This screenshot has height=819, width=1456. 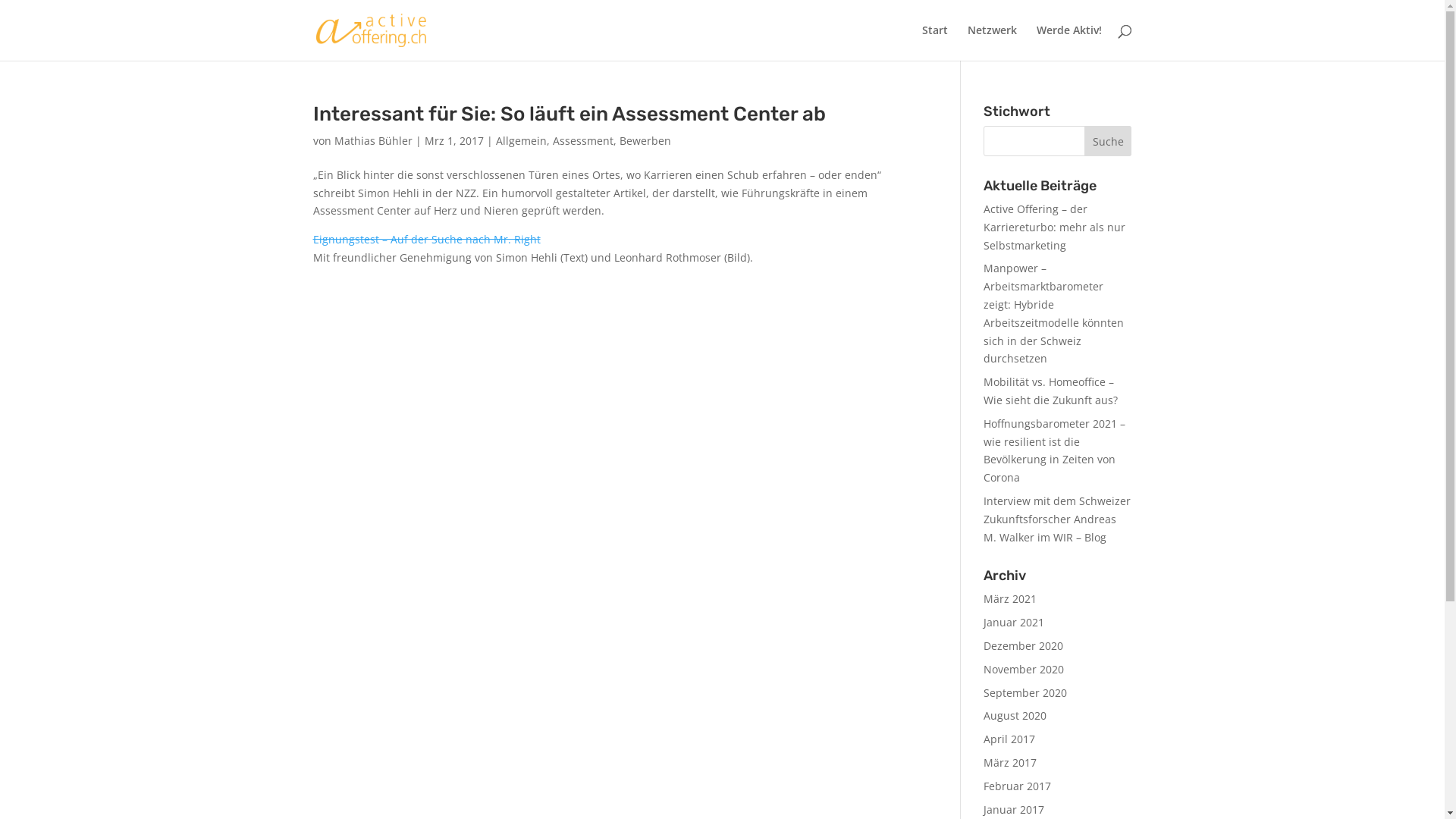 What do you see at coordinates (1009, 738) in the screenshot?
I see `'April 2017'` at bounding box center [1009, 738].